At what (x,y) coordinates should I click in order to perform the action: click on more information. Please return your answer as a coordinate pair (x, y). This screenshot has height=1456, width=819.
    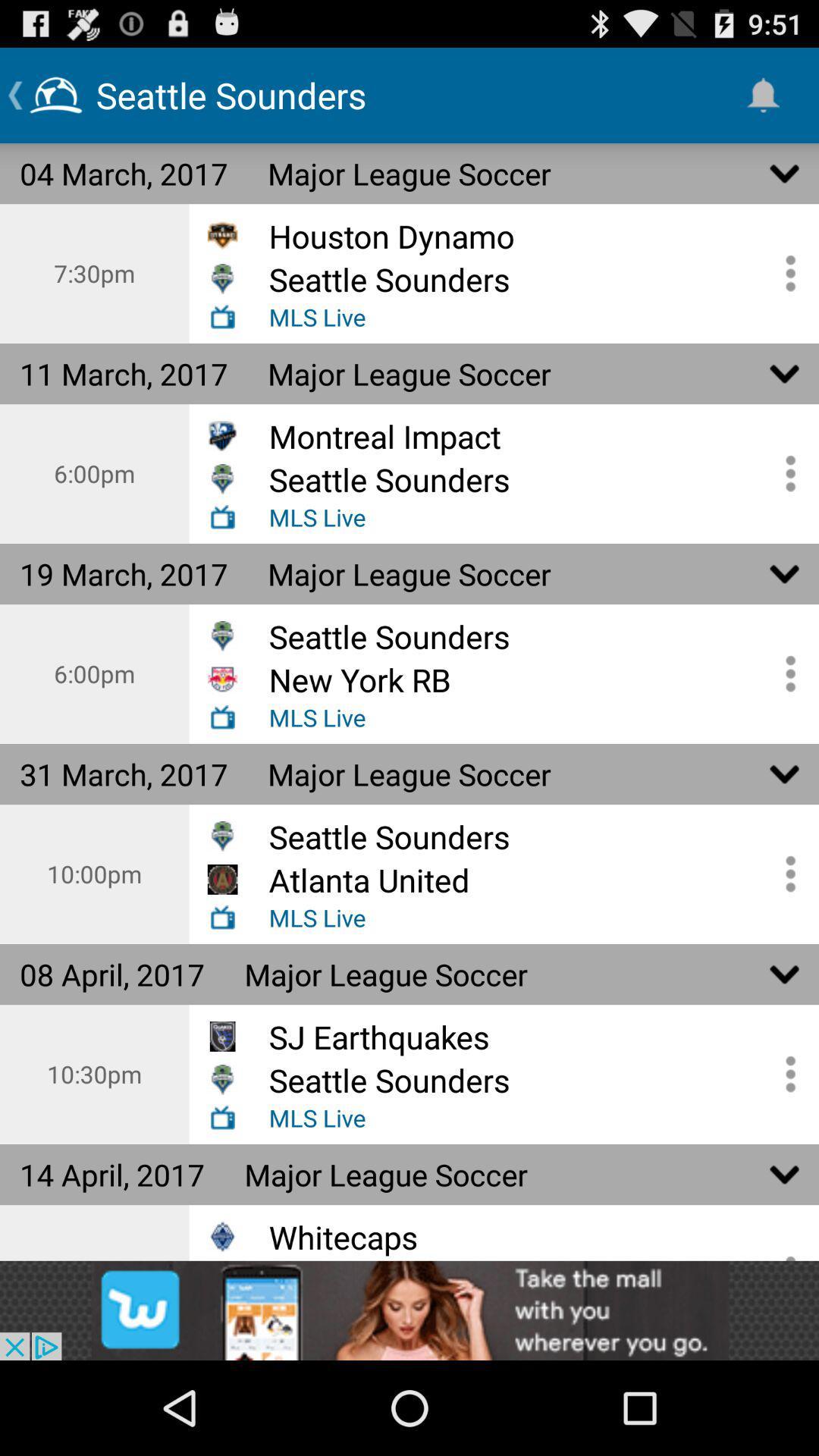
    Looking at the image, I should click on (785, 1073).